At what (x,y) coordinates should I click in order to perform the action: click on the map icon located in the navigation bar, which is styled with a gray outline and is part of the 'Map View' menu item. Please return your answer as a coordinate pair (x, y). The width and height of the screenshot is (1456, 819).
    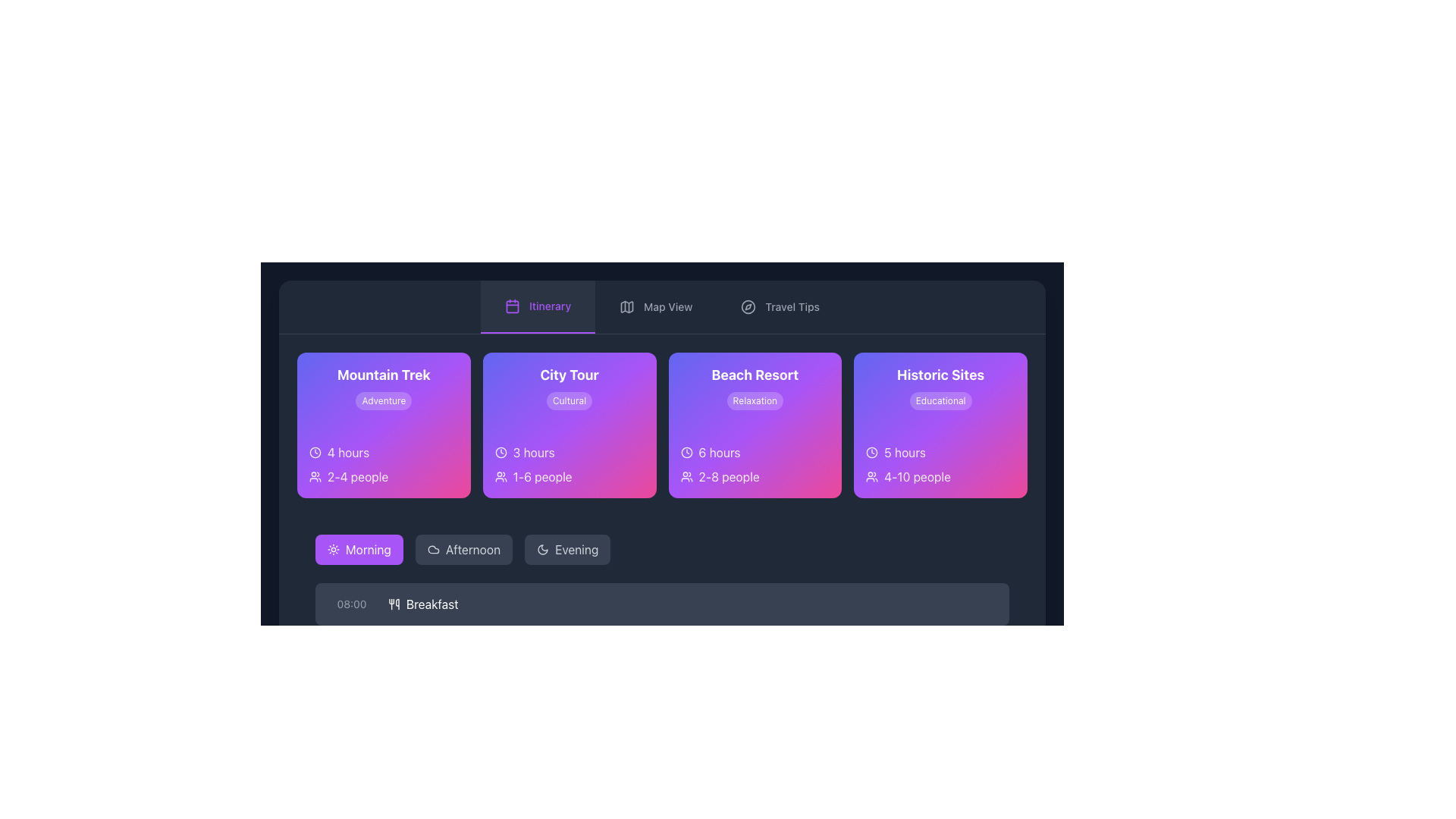
    Looking at the image, I should click on (627, 307).